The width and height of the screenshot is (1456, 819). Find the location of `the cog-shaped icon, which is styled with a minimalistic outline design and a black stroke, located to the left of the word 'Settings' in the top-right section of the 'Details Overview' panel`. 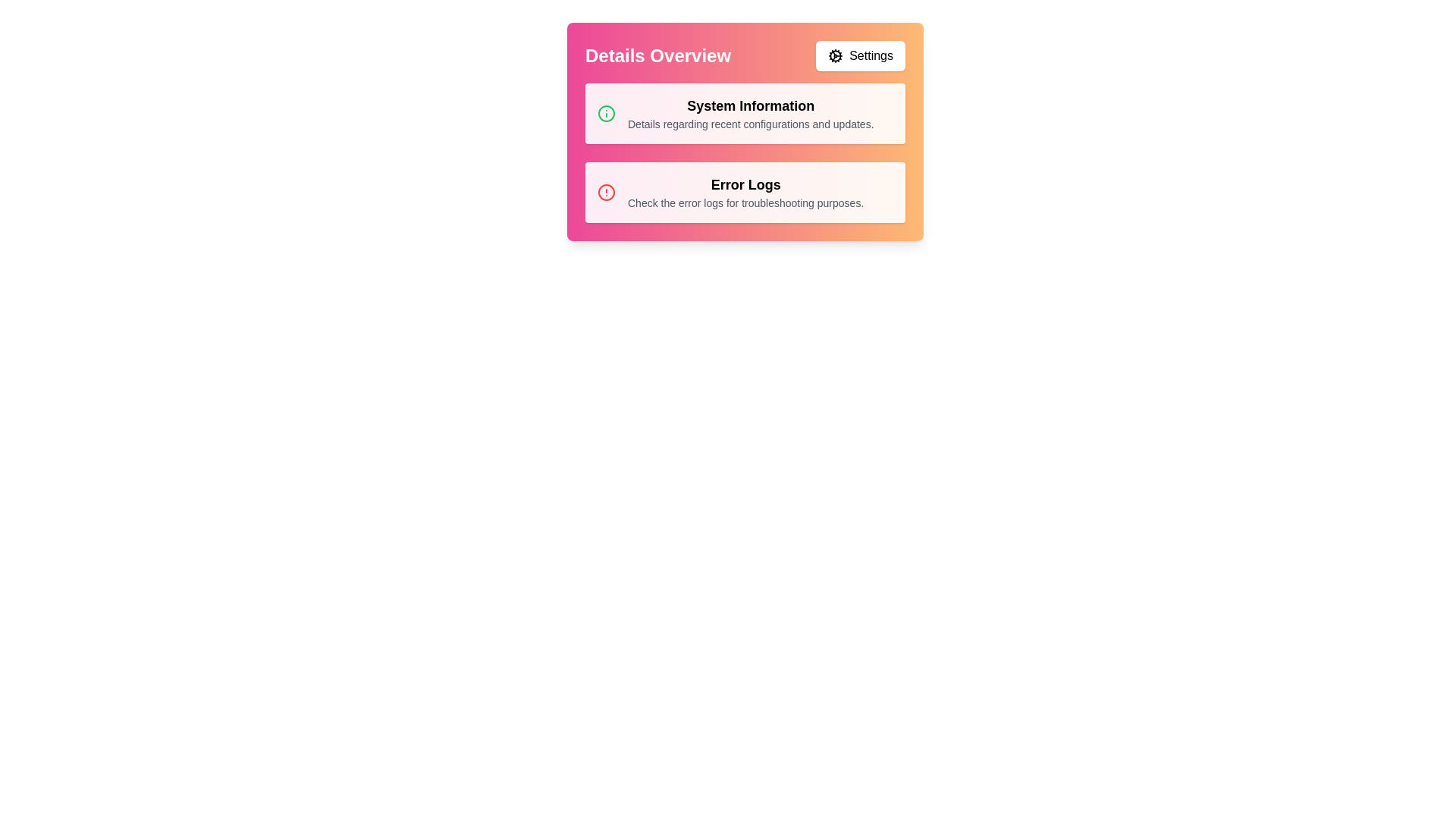

the cog-shaped icon, which is styled with a minimalistic outline design and a black stroke, located to the left of the word 'Settings' in the top-right section of the 'Details Overview' panel is located at coordinates (835, 55).